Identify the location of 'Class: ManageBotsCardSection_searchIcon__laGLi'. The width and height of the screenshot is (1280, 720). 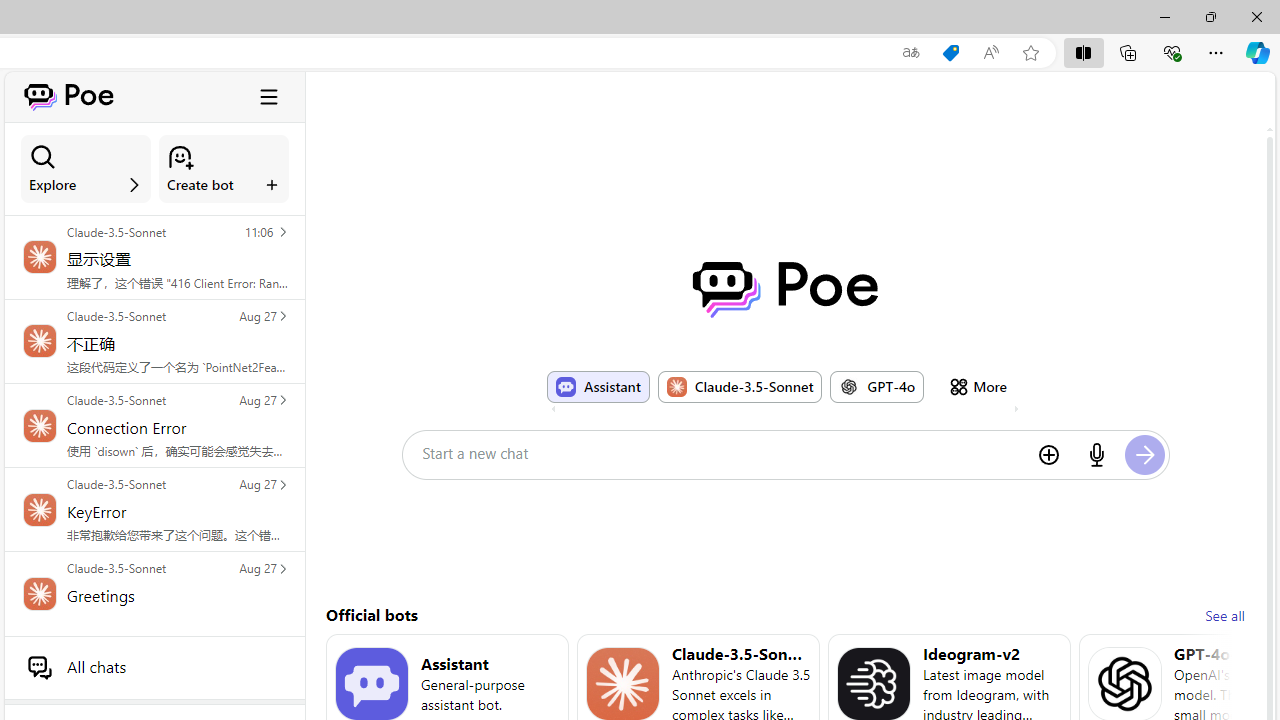
(43, 156).